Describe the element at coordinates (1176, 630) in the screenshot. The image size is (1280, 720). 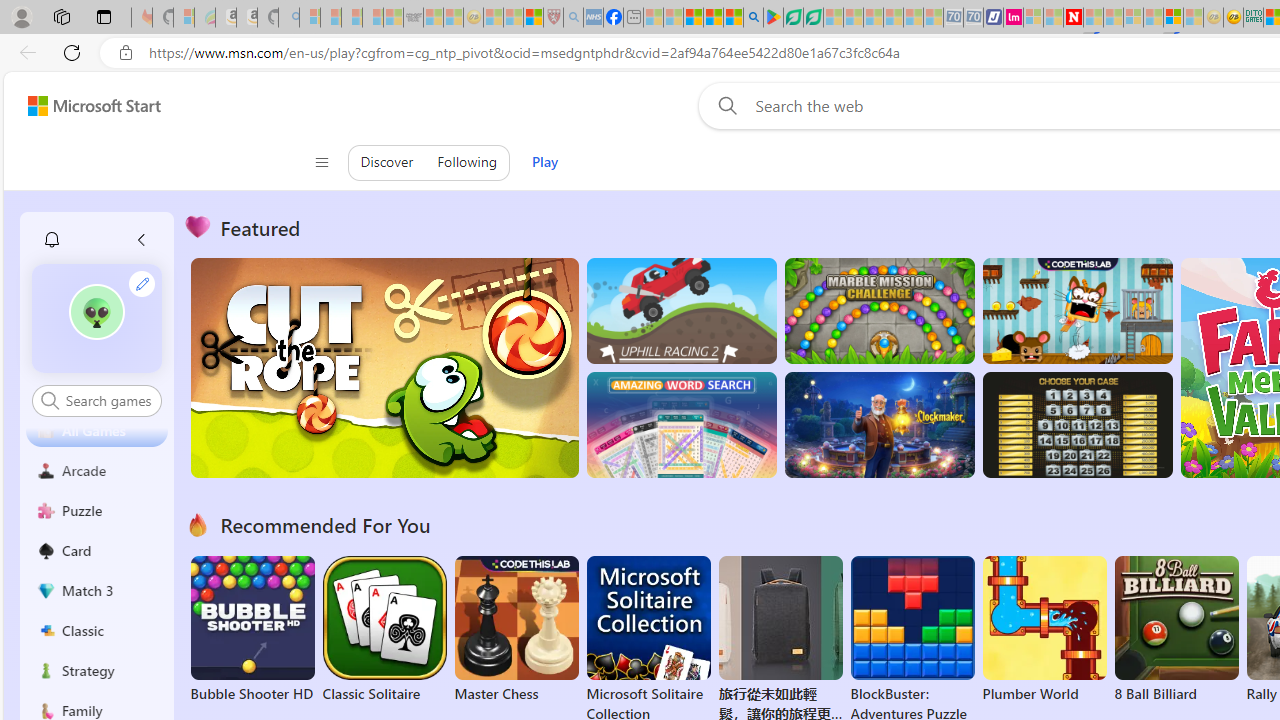
I see `'8 Ball Billiard'` at that location.